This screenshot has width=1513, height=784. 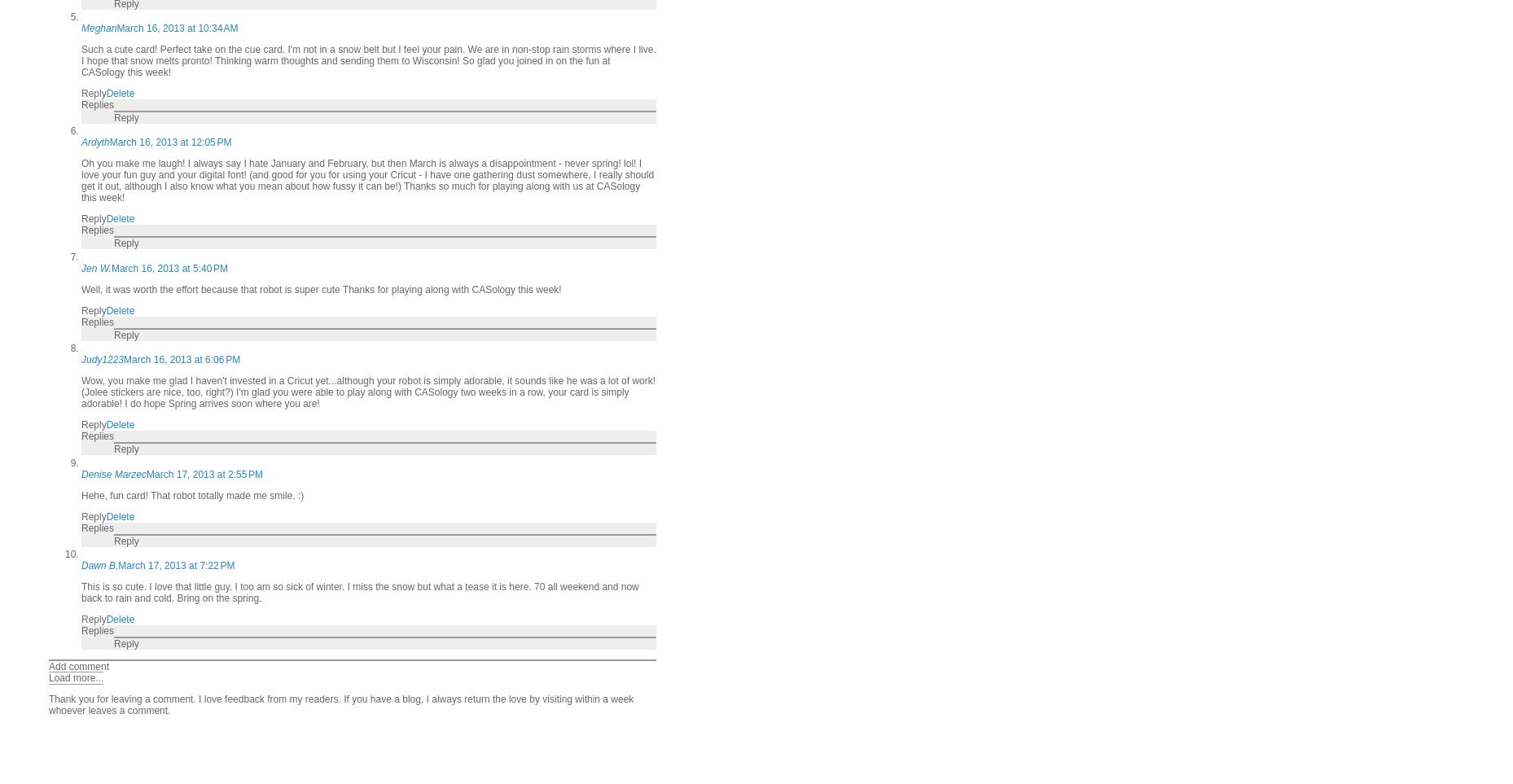 I want to click on 'Denise Marzec', so click(x=113, y=474).